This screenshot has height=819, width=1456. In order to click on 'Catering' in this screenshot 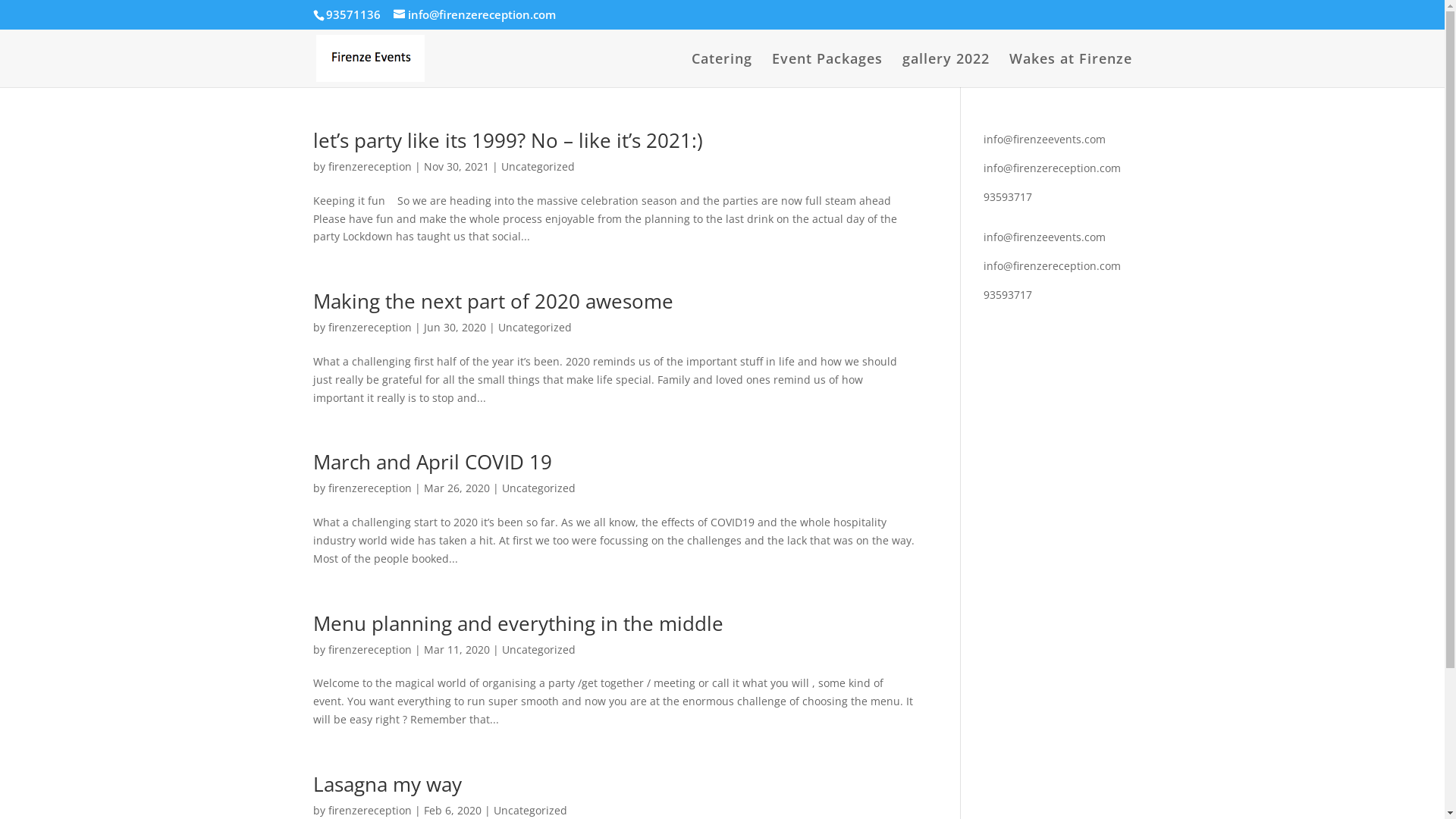, I will do `click(720, 70)`.